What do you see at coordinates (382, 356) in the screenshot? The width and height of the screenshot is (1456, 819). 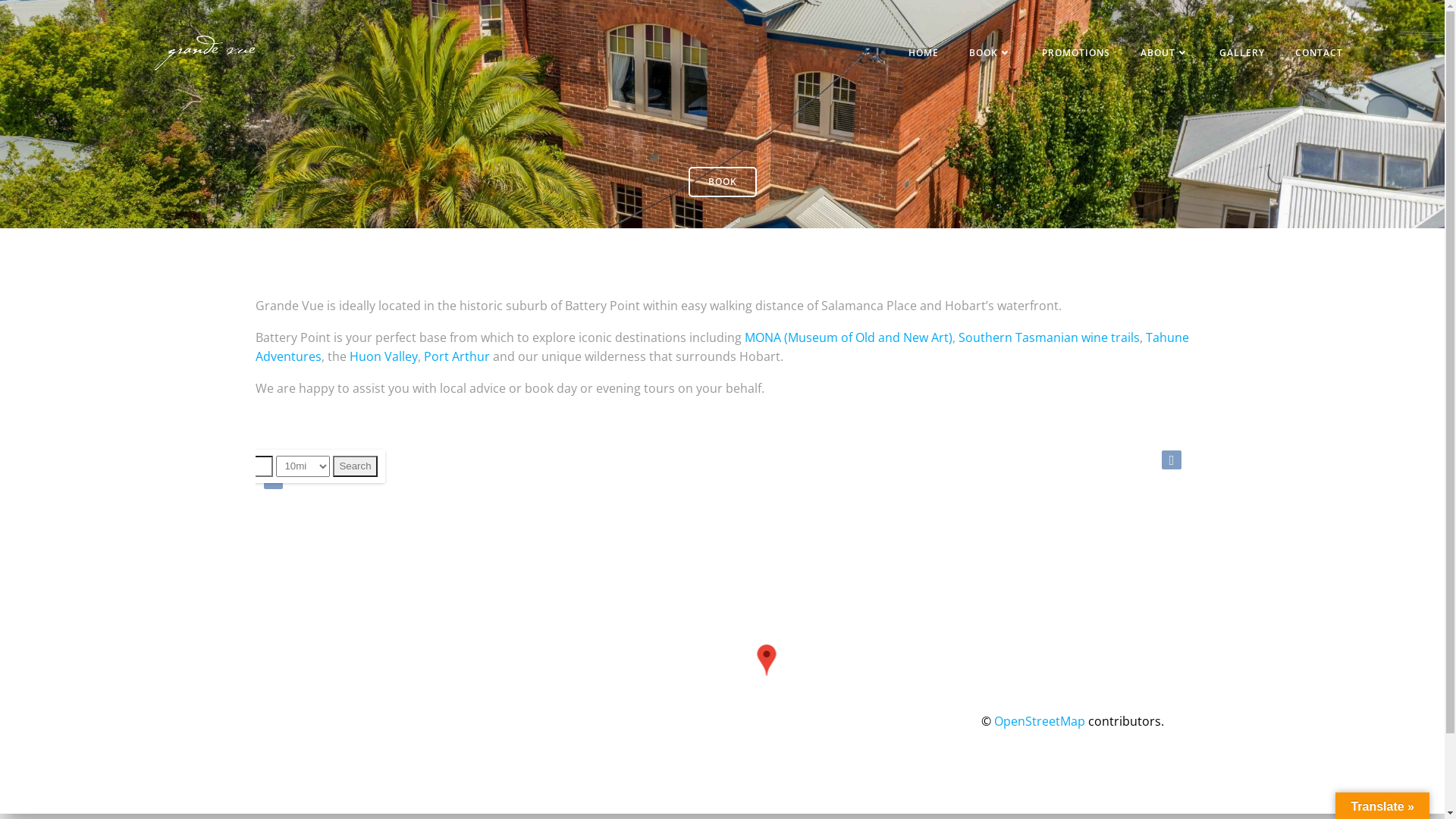 I see `'Huon Valley'` at bounding box center [382, 356].